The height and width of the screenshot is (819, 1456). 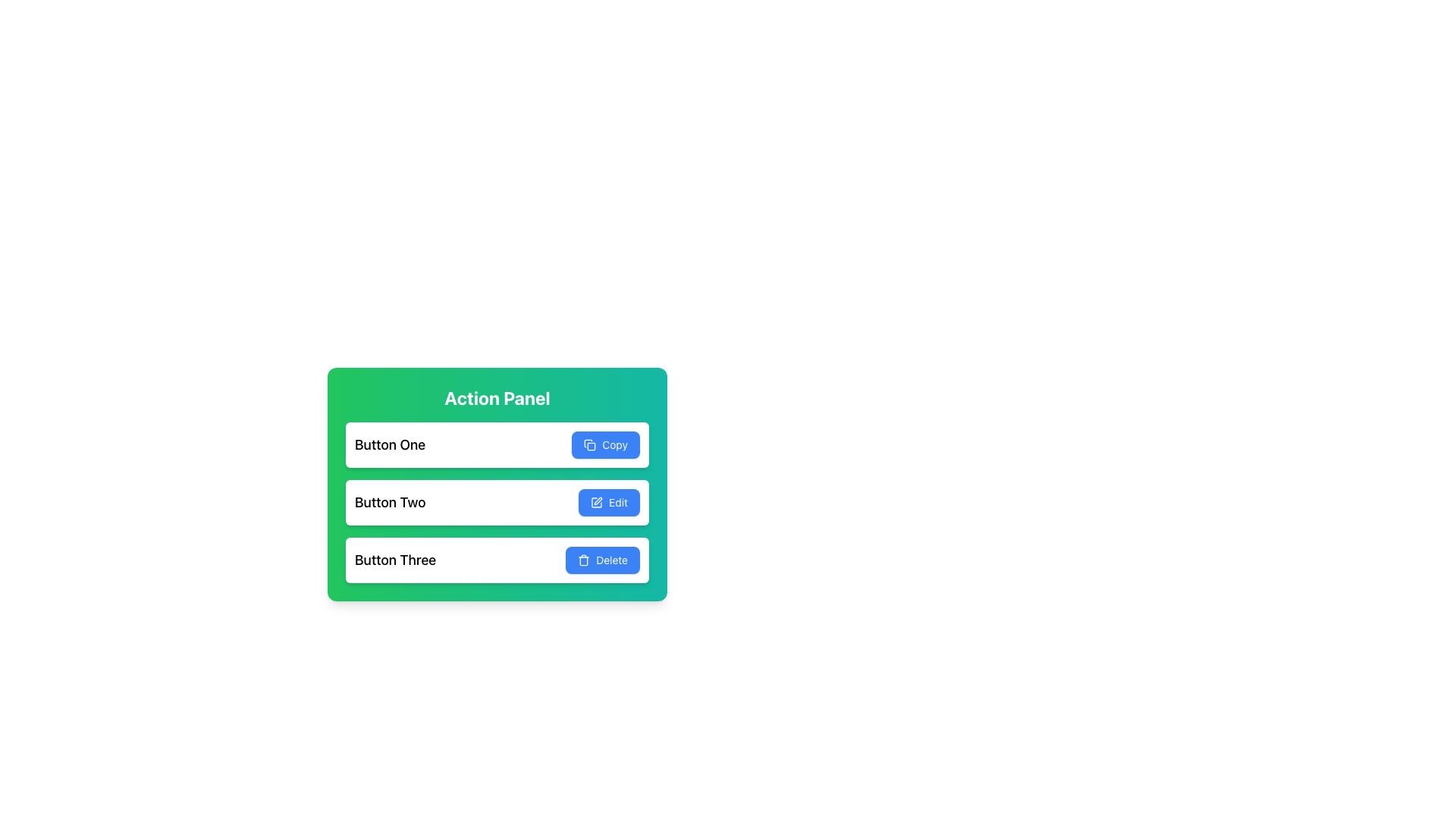 I want to click on the blue button containing the text label for delete action, which is the third button in the vertical stack of action buttons in the green 'Action Panel', located to the right of the trash-can icon, so click(x=612, y=560).